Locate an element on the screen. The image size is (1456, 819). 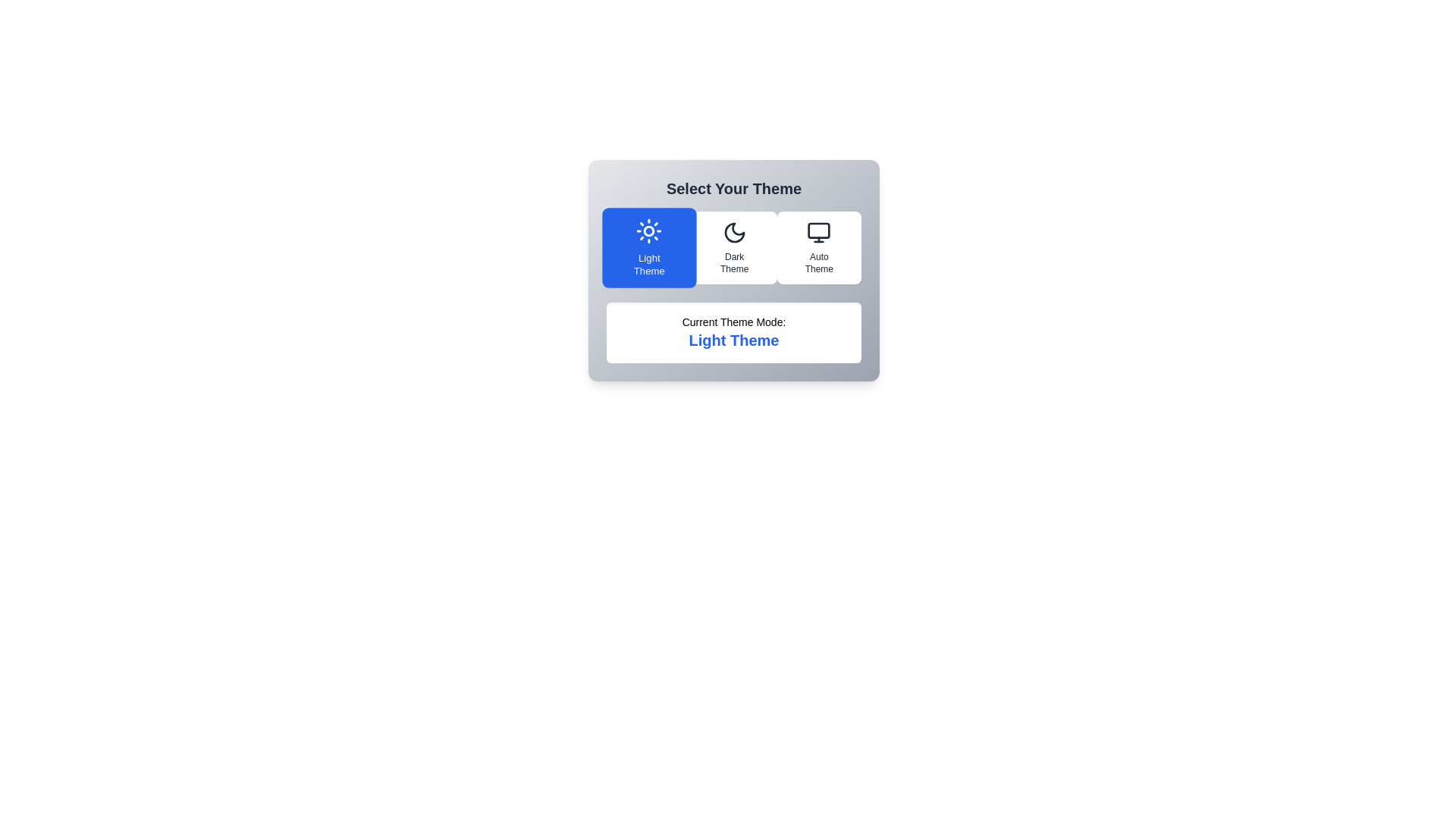
the theme Auto Theme by clicking on its corresponding button is located at coordinates (818, 247).